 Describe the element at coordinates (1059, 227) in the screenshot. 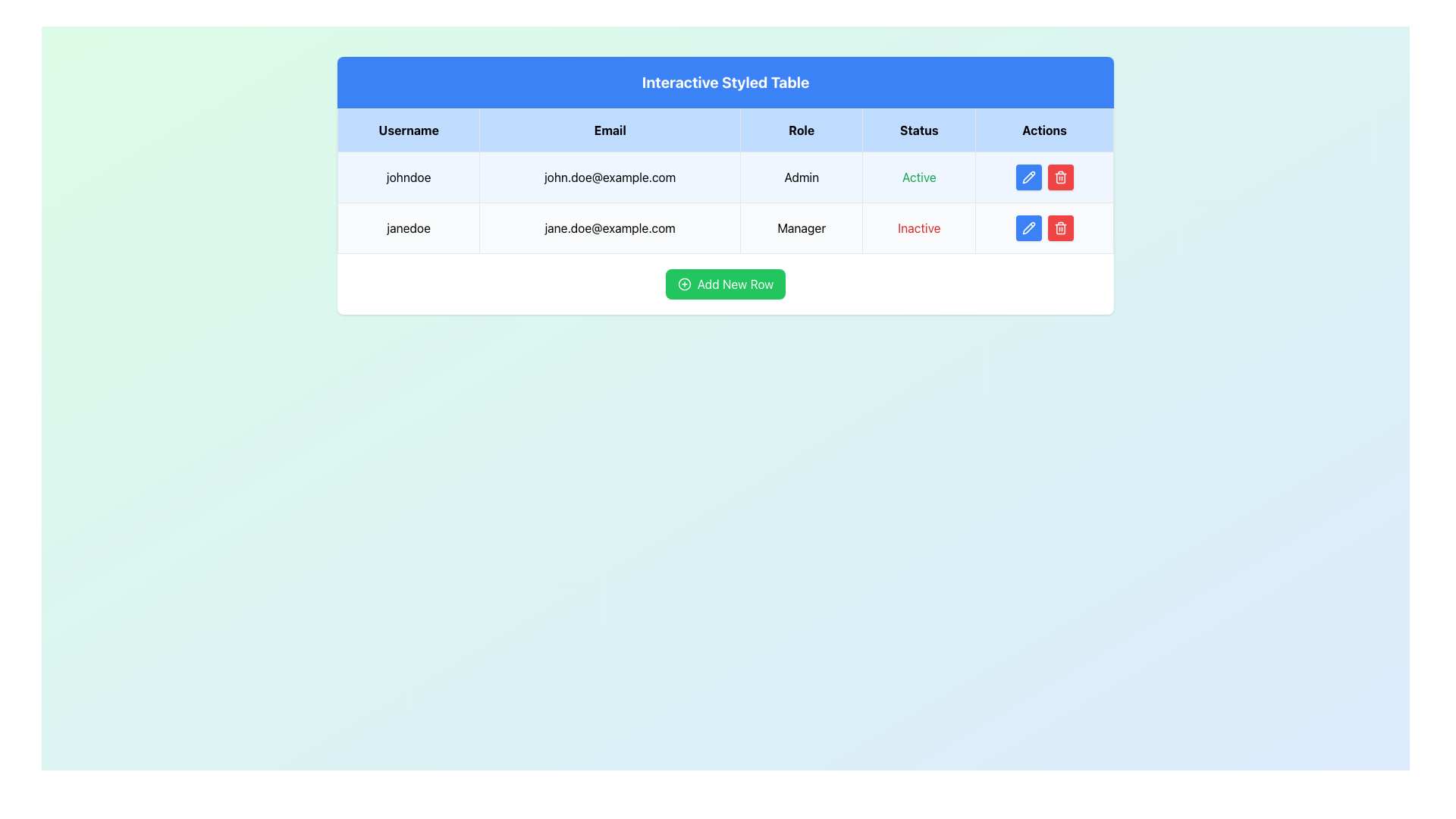

I see `the delete button, which is a compact button with a red background and a trash can icon, located in the 'Actions' column of the second row in the table` at that location.